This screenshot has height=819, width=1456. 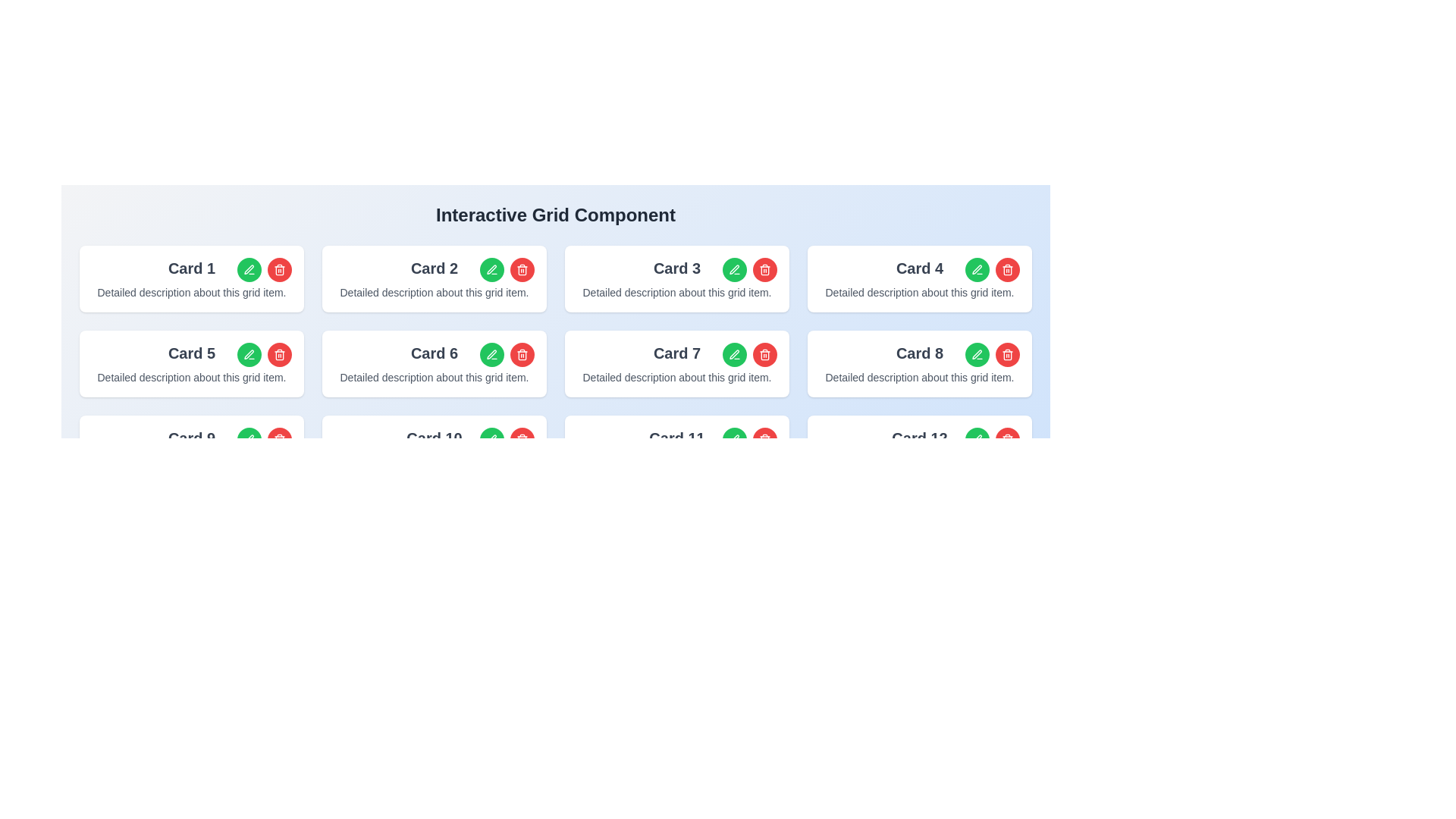 I want to click on the delete button located in the top-right corner of 'Card 1', so click(x=280, y=268).